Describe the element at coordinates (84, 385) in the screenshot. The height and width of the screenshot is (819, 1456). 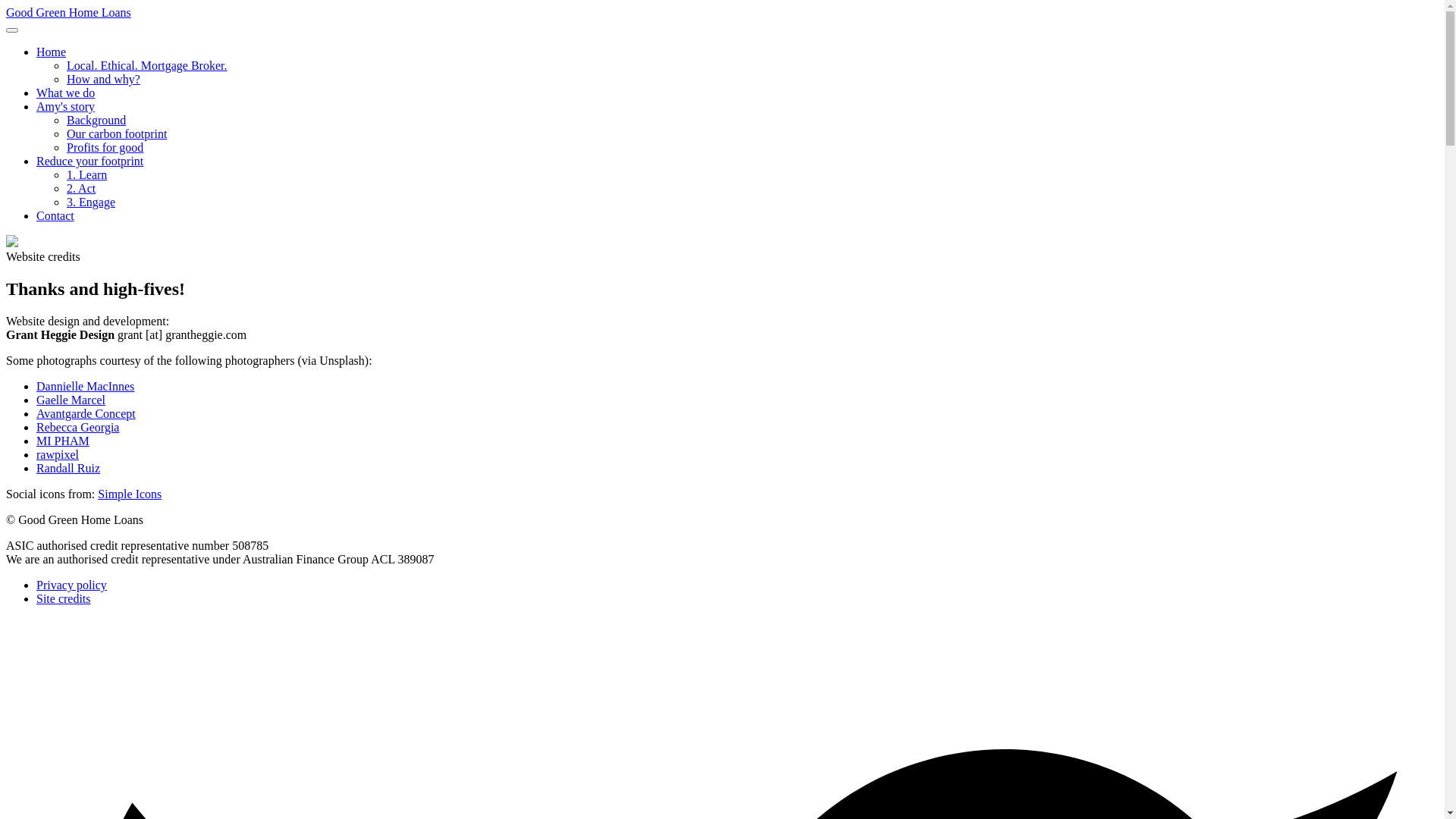
I see `'Dannielle MacInnes'` at that location.